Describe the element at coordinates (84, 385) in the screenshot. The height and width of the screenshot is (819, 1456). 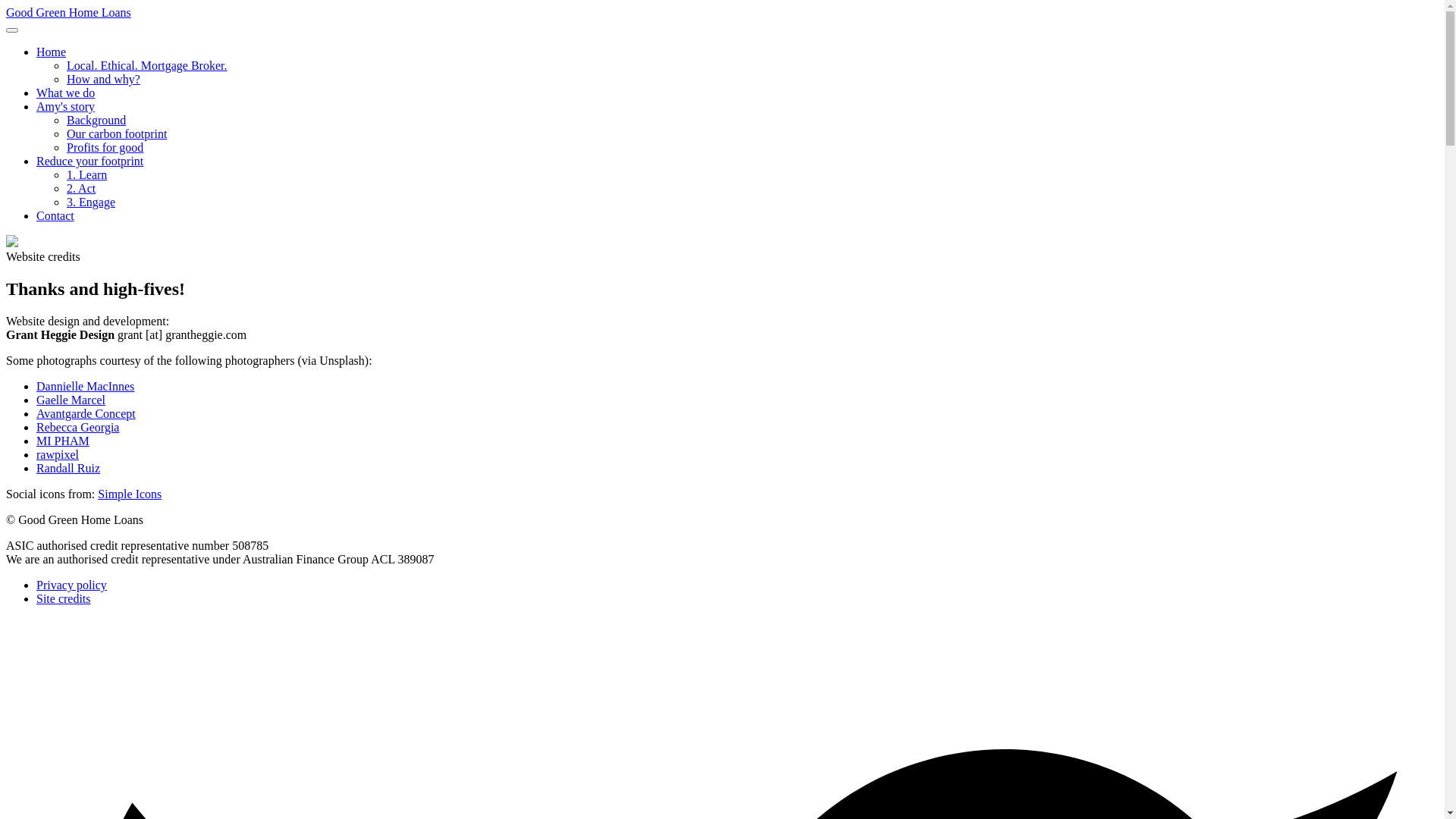
I see `'Dannielle MacInnes'` at that location.